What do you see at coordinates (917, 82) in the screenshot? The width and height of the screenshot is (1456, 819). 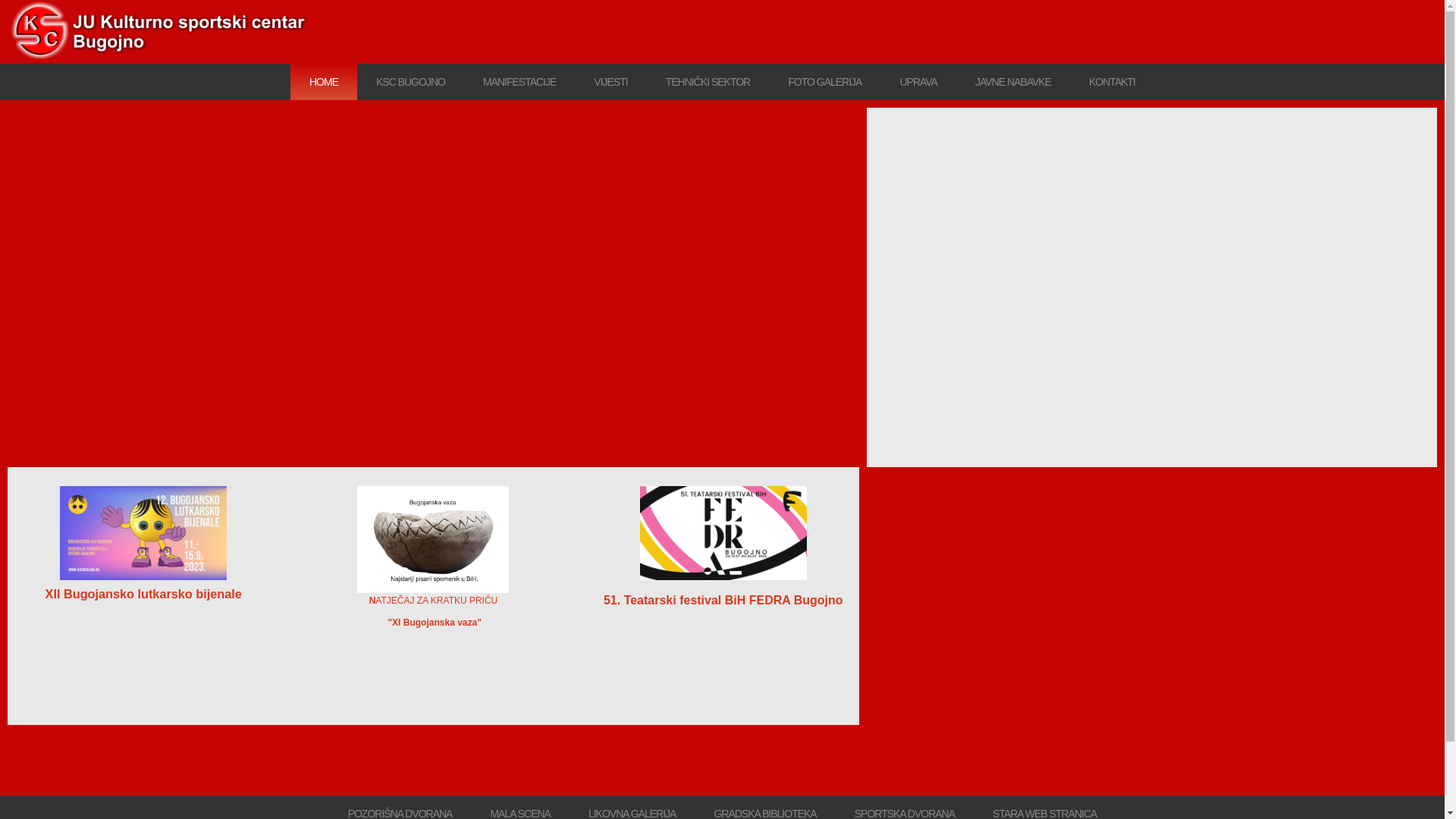 I see `'UPRAVA'` at bounding box center [917, 82].